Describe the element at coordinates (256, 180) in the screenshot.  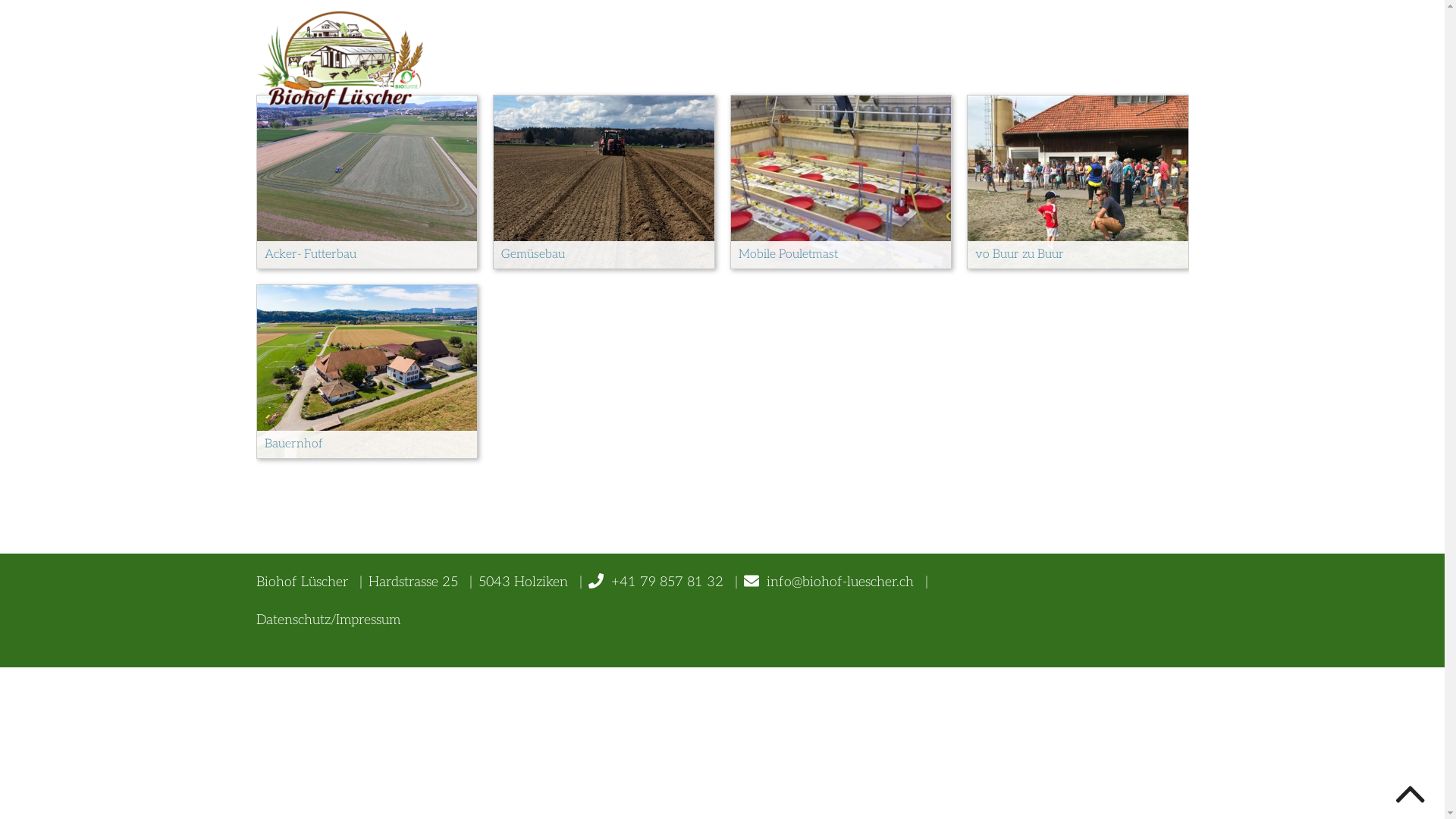
I see `'Acker- Futterbau'` at that location.